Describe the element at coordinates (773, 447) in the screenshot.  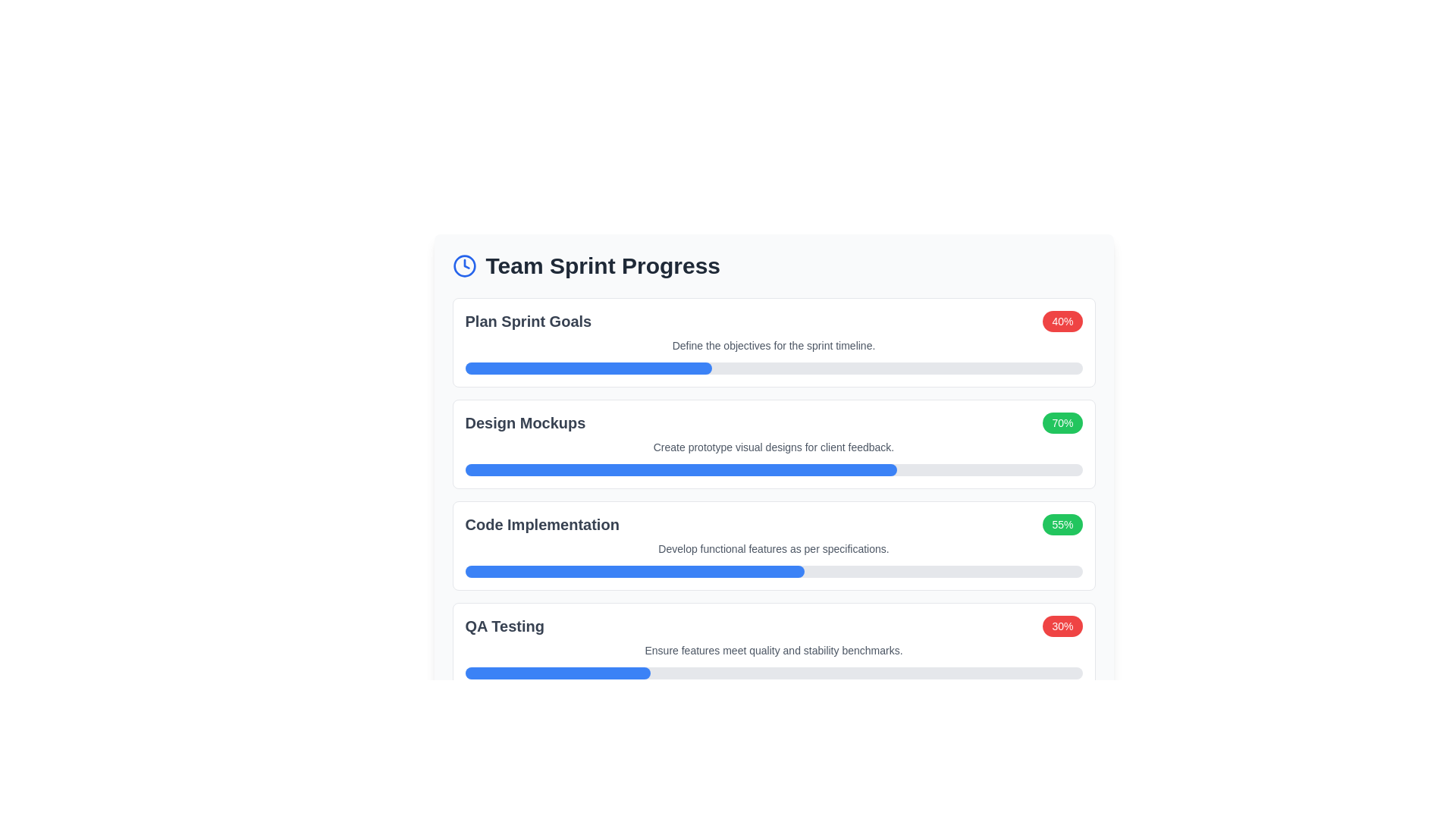
I see `the Textual Description element located in the 'Design Mockups' section, which provides additional details for the task, situated below the 'Design Mockups' title and above the progress bar` at that location.